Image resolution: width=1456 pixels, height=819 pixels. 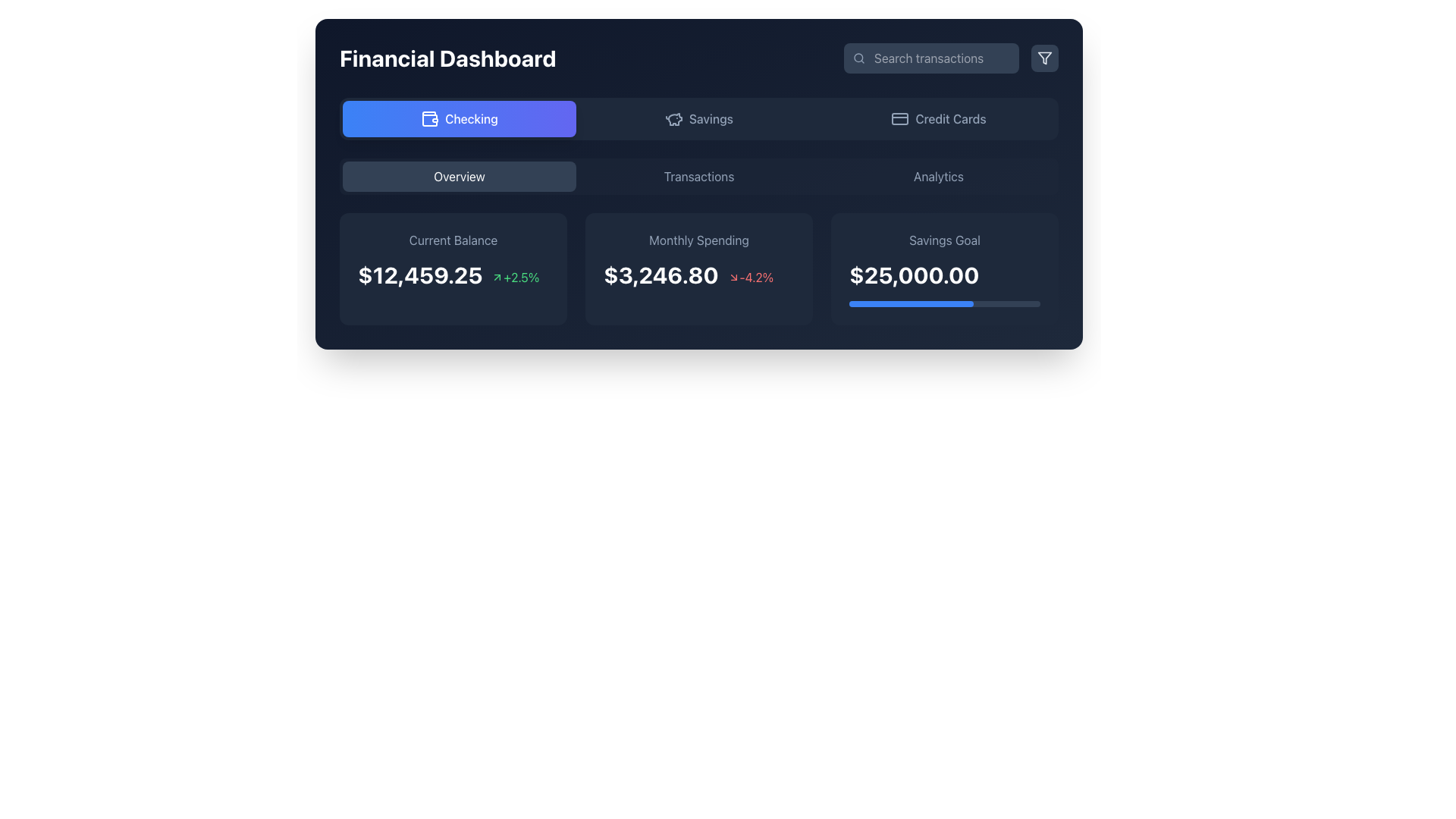 I want to click on the progress bar that visually indicates the proportion of the savings goal achieved, located within the 'Savings Goal' section below the '$25,000.00' text, so click(x=910, y=304).